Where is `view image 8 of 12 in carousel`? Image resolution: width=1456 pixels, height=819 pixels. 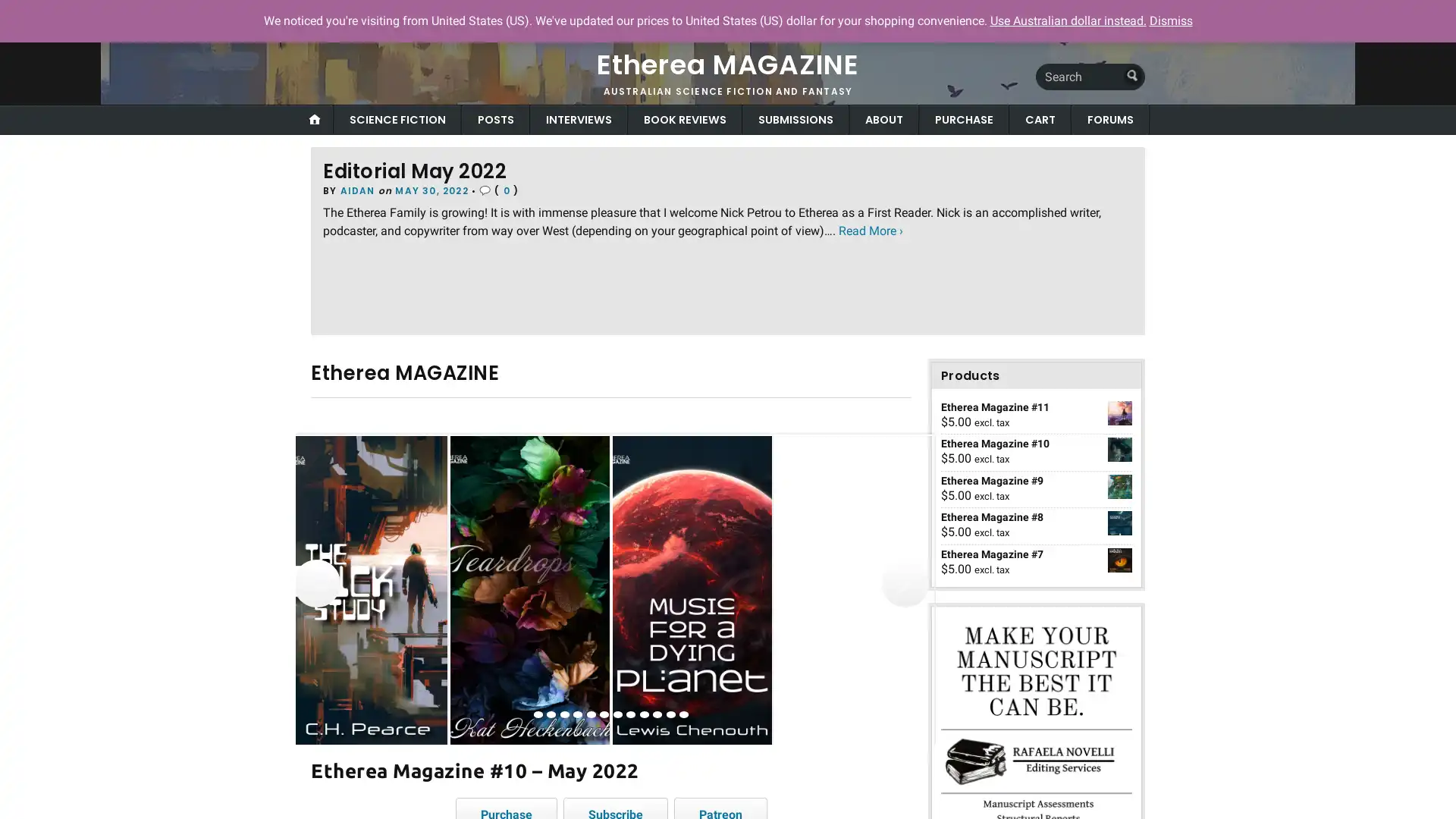
view image 8 of 12 in carousel is located at coordinates (630, 714).